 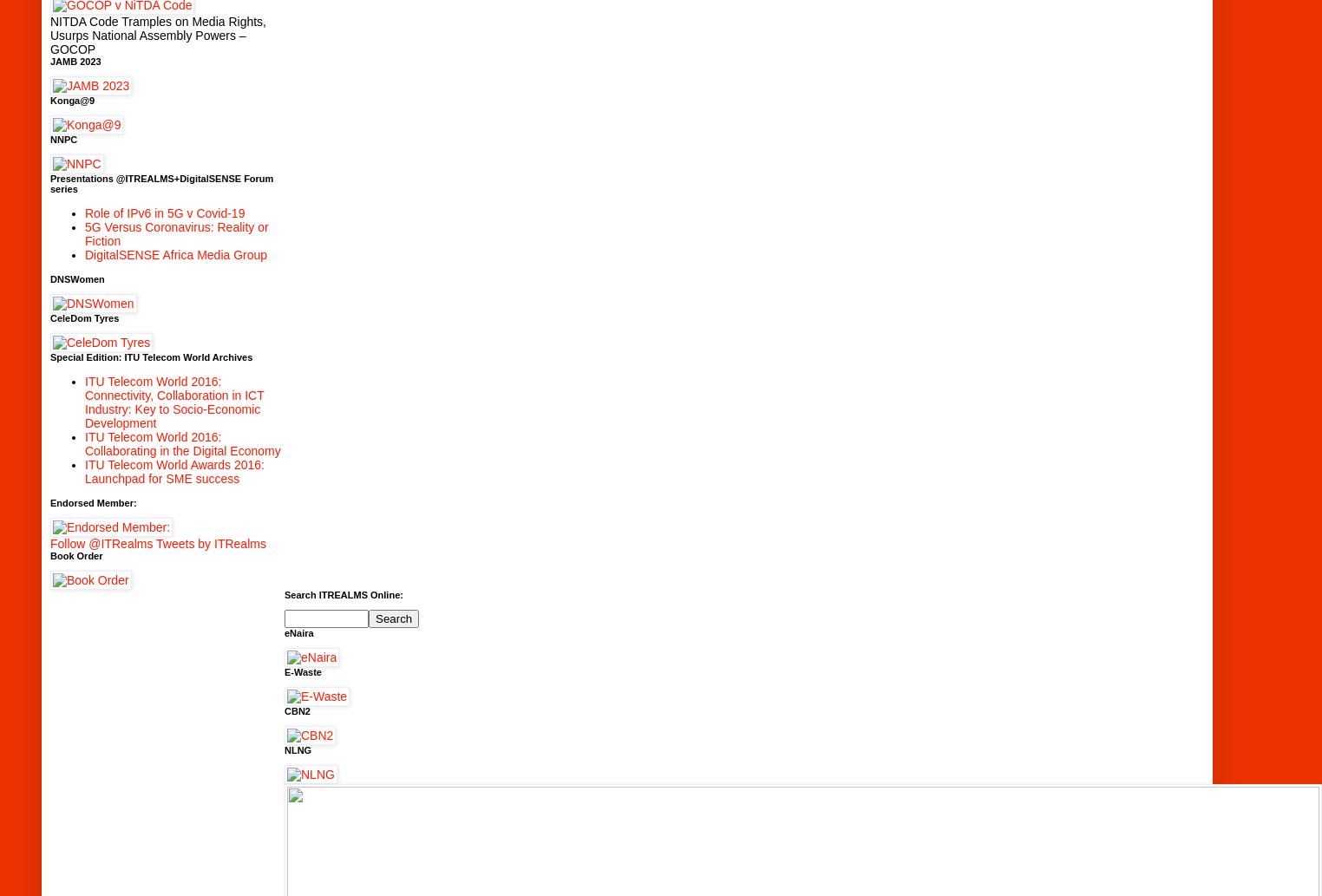 What do you see at coordinates (303, 671) in the screenshot?
I see `'E-Waste'` at bounding box center [303, 671].